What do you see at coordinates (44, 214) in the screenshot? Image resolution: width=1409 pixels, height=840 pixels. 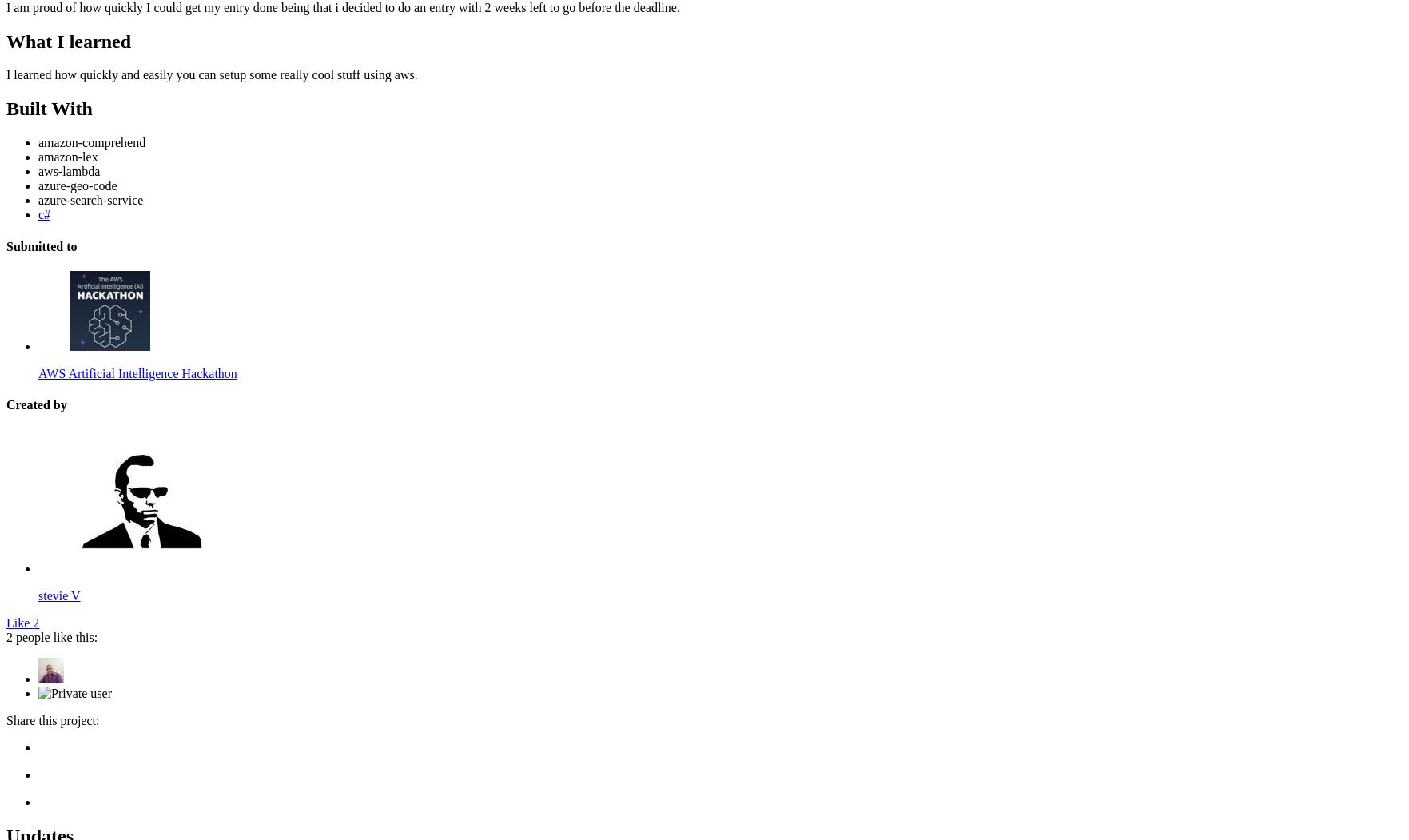 I see `'c#'` at bounding box center [44, 214].